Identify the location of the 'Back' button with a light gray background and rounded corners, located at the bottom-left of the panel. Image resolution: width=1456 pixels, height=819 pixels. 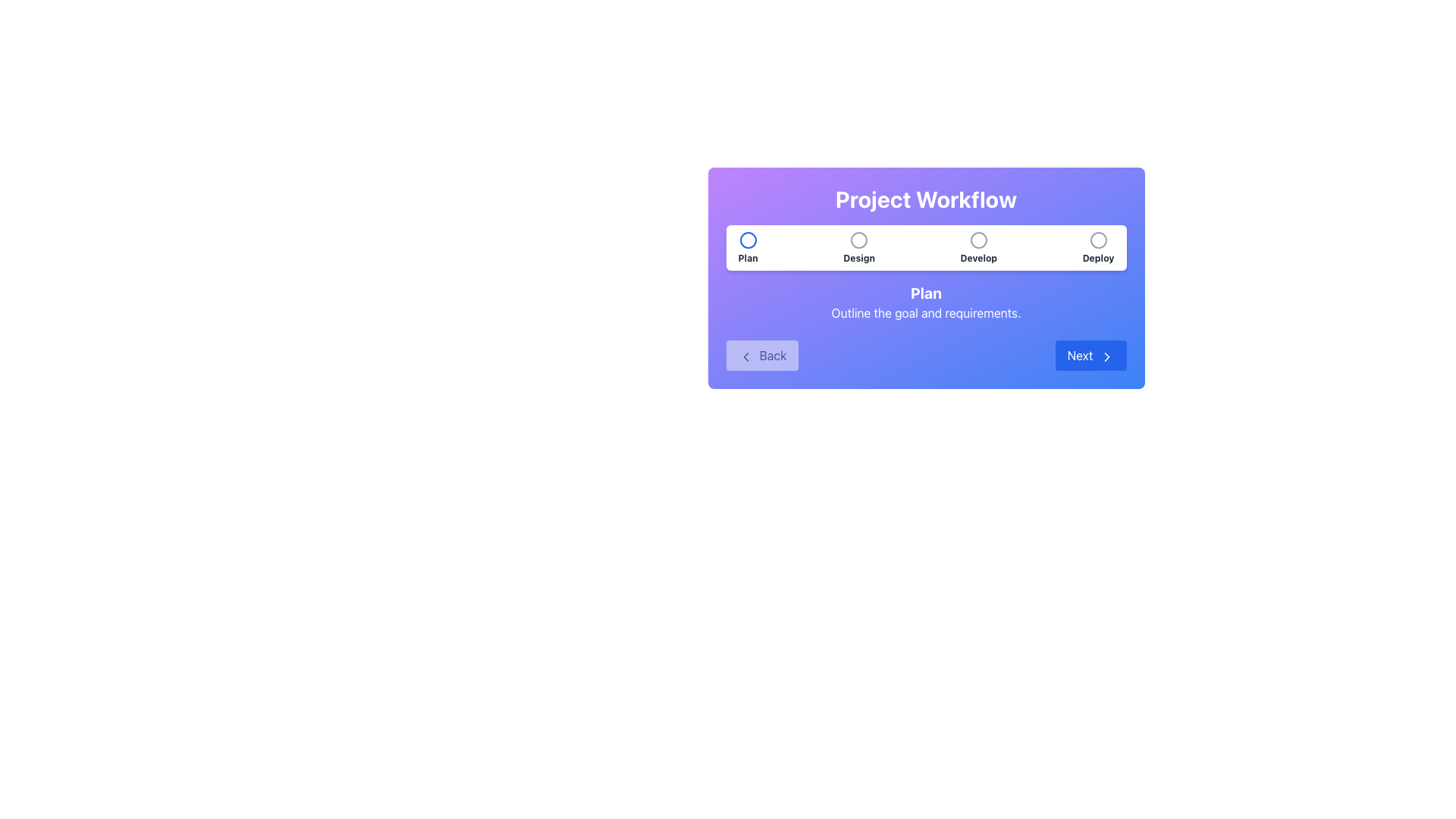
(762, 356).